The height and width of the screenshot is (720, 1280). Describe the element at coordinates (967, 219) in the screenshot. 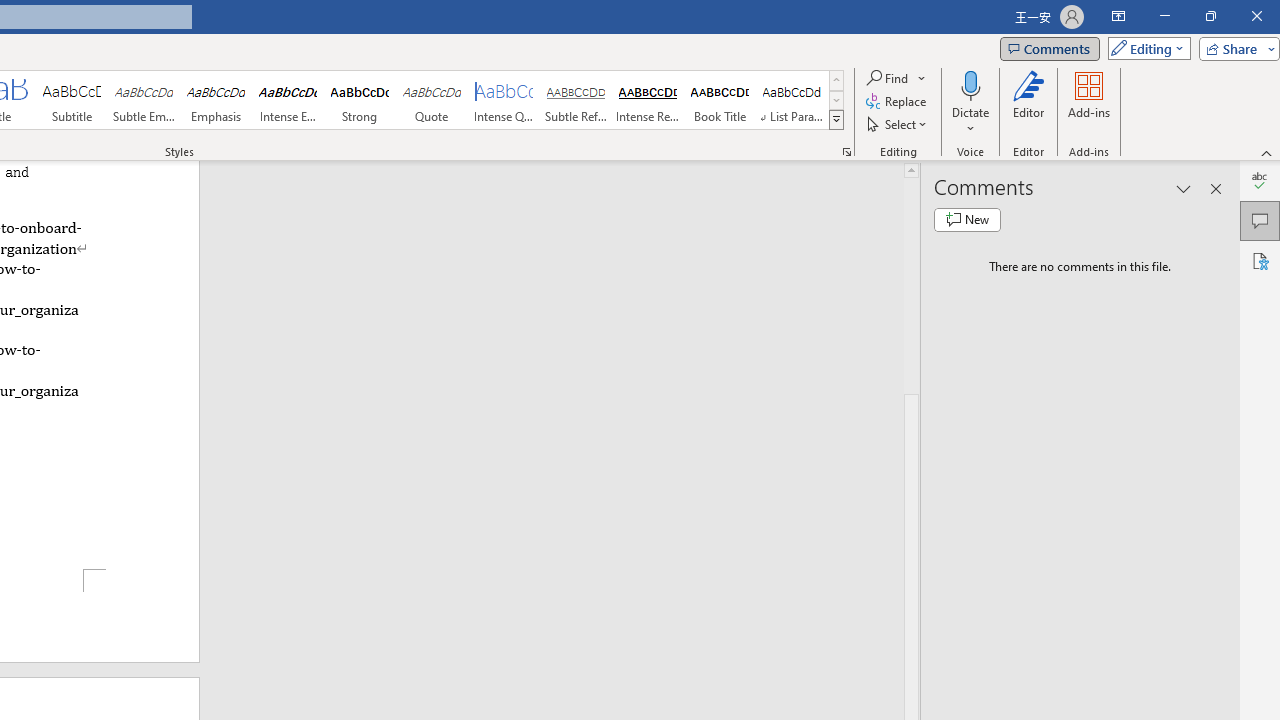

I see `'New comment'` at that location.